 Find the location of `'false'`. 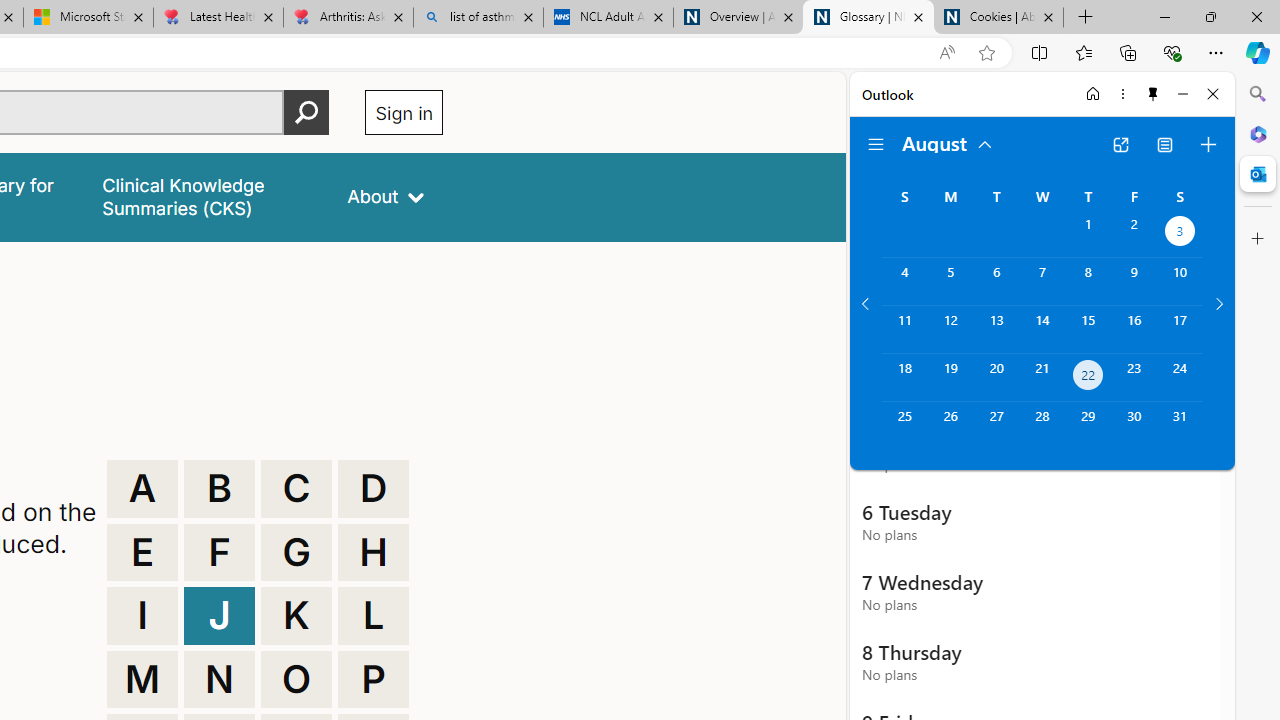

'false' is located at coordinates (207, 197).